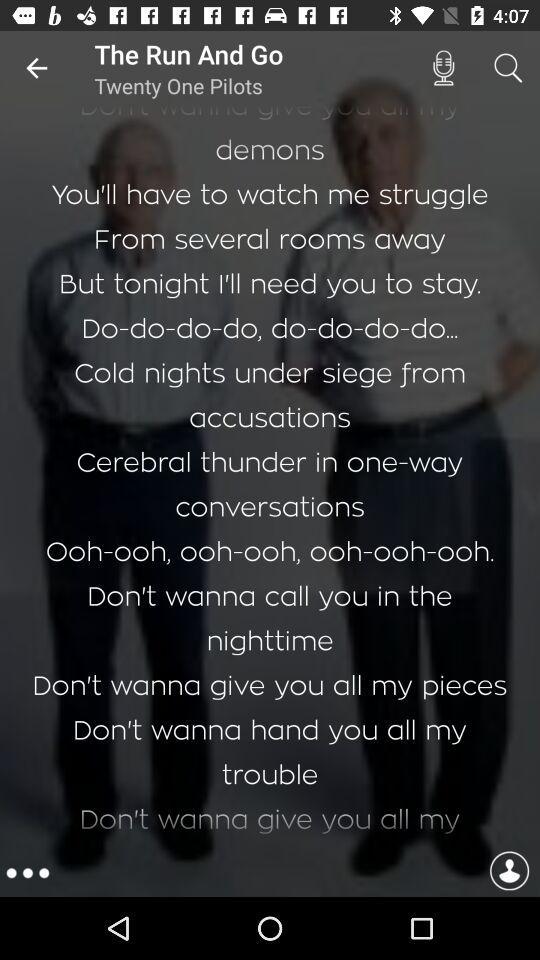 The width and height of the screenshot is (540, 960). I want to click on the item below the i can t item, so click(26, 872).